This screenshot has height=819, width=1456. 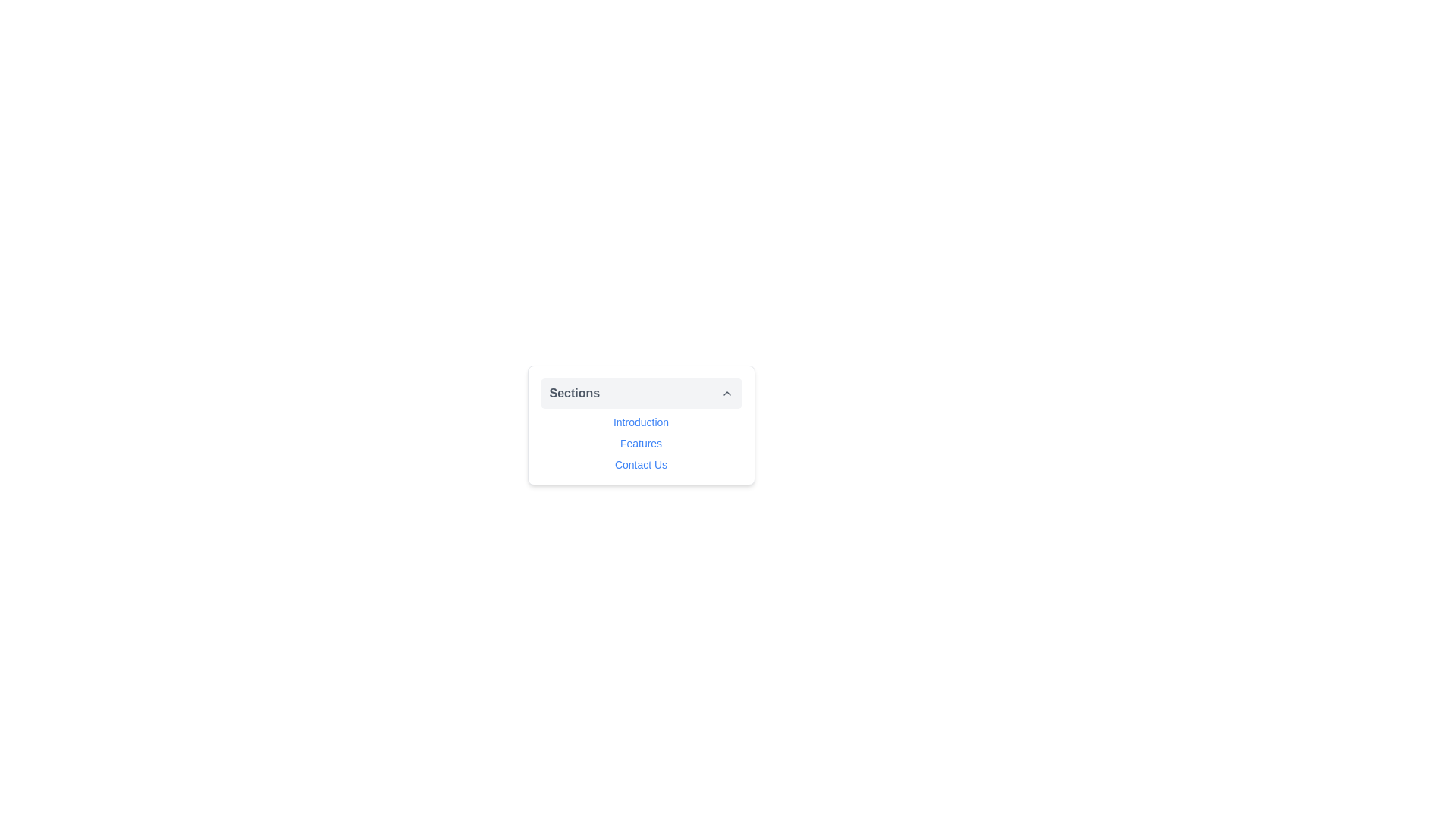 I want to click on the 'Features' navigational label, which is the second item in the menu under 'Sections', so click(x=641, y=444).